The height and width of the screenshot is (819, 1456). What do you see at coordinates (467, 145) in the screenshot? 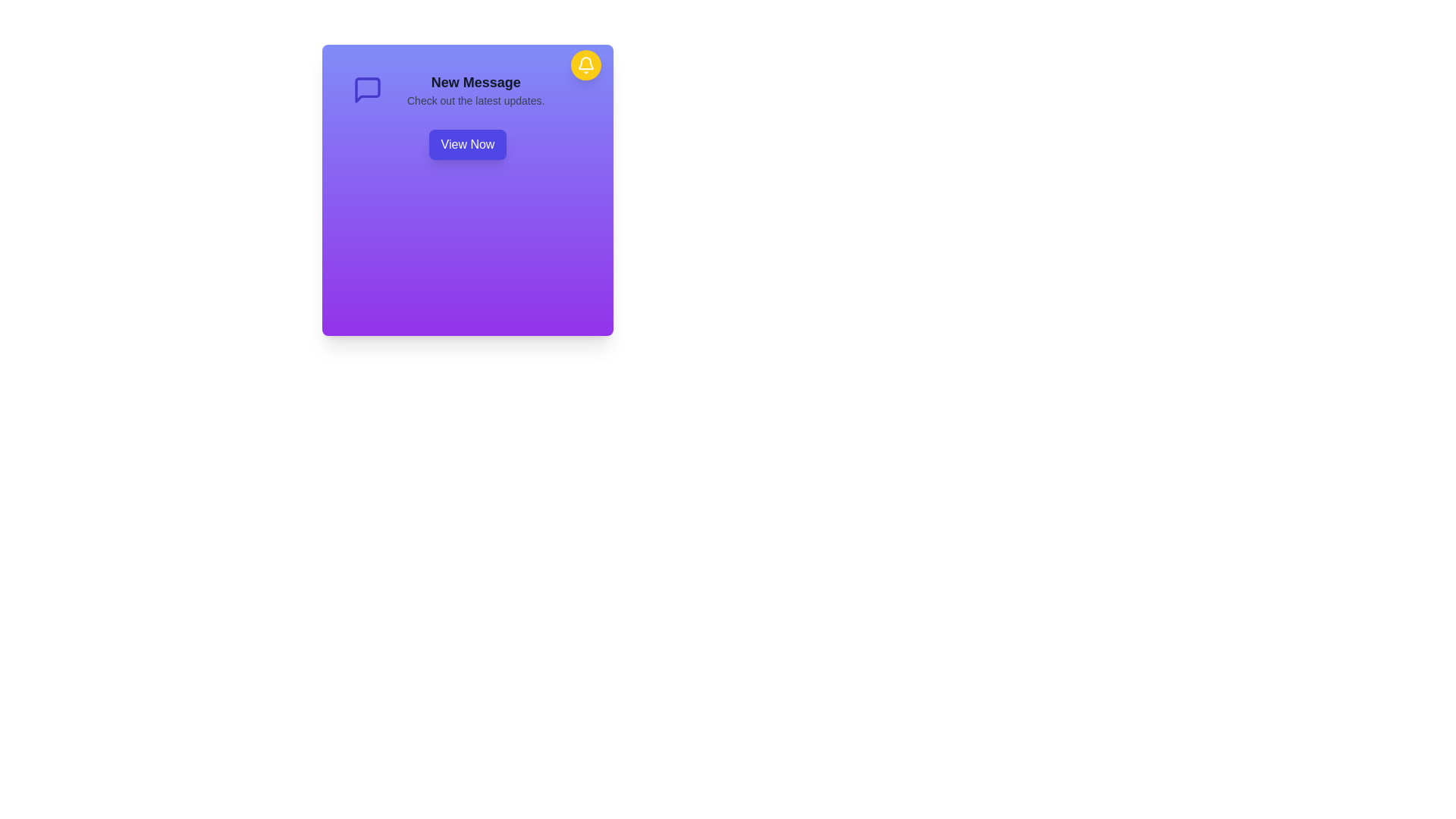
I see `the 'View Now' button which features white text on a blue background with rounded corners to trigger its visual state change` at bounding box center [467, 145].